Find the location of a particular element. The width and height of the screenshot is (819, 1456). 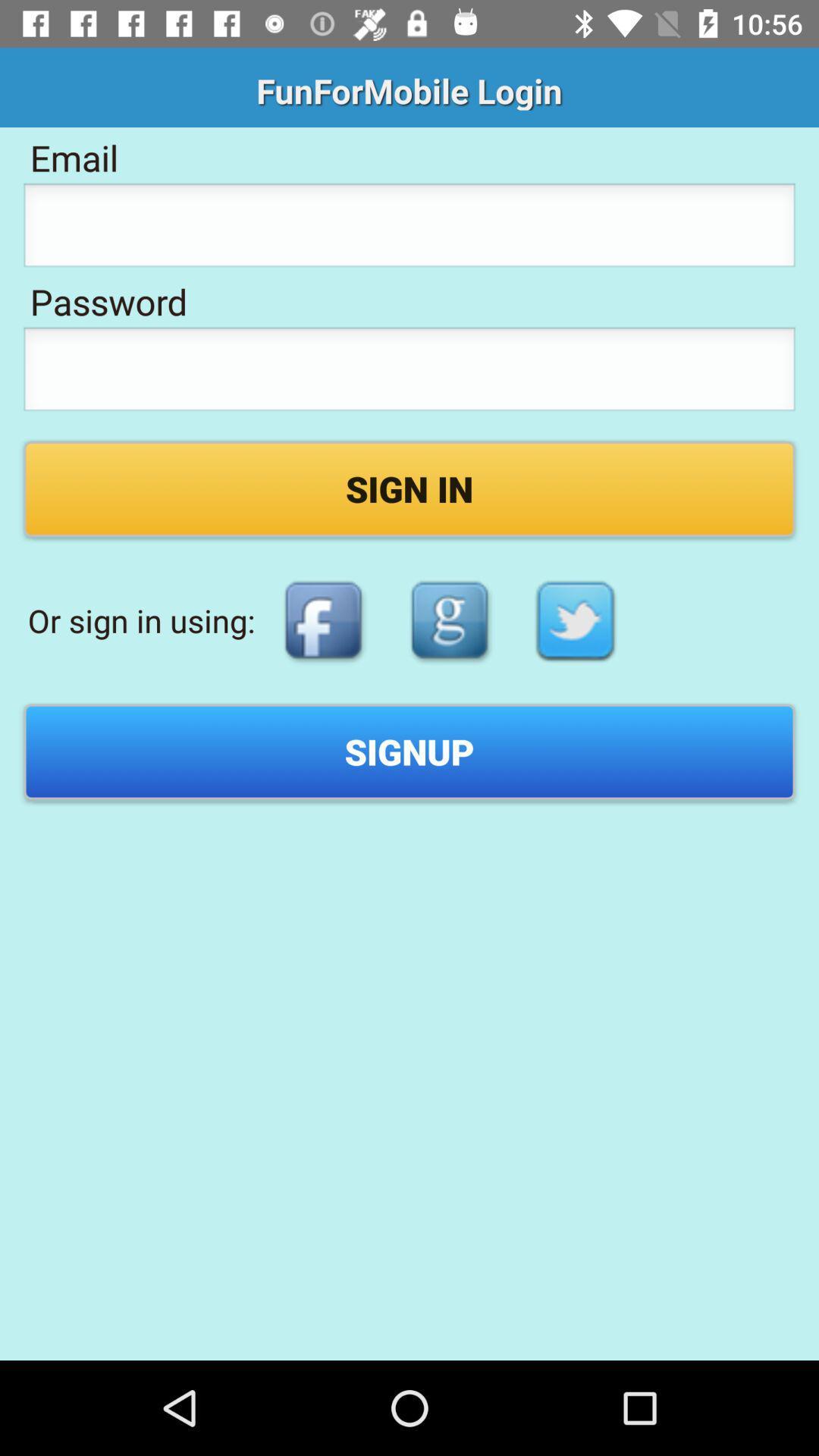

button above signup icon is located at coordinates (449, 620).